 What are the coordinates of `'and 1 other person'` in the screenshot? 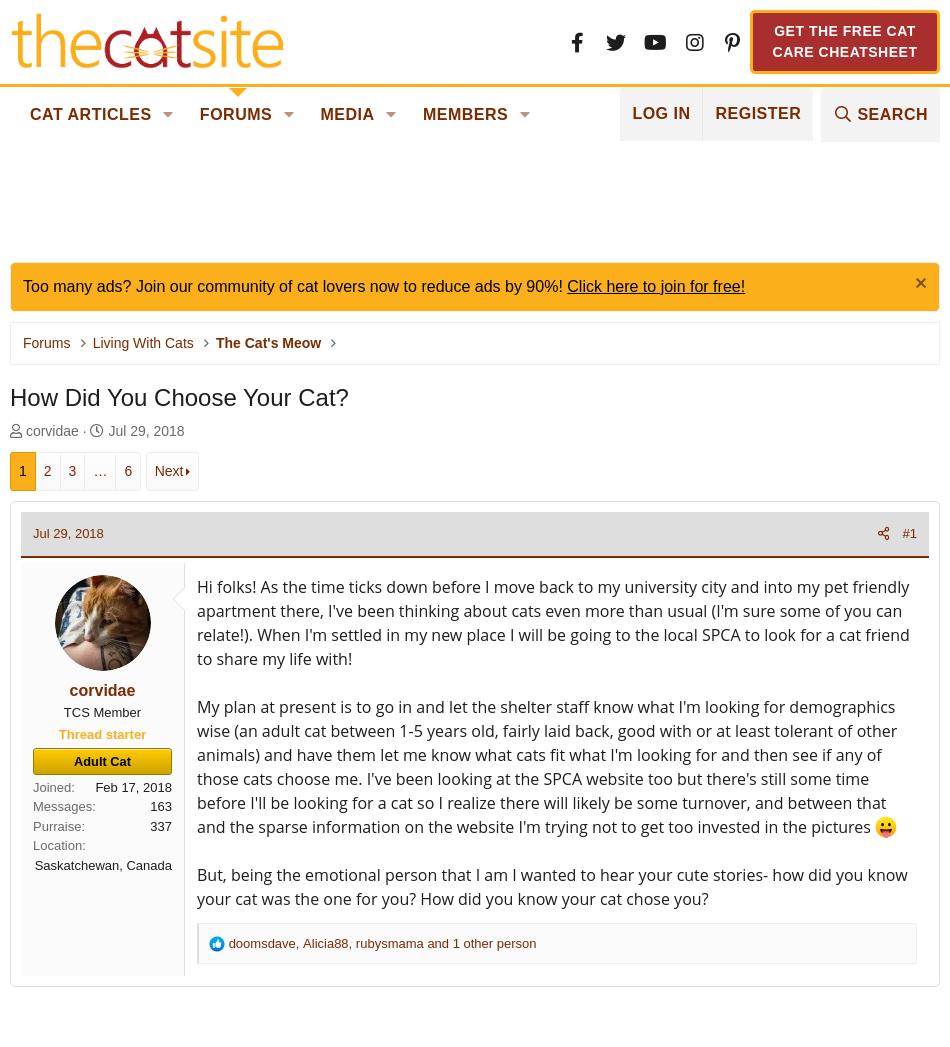 It's located at (479, 942).